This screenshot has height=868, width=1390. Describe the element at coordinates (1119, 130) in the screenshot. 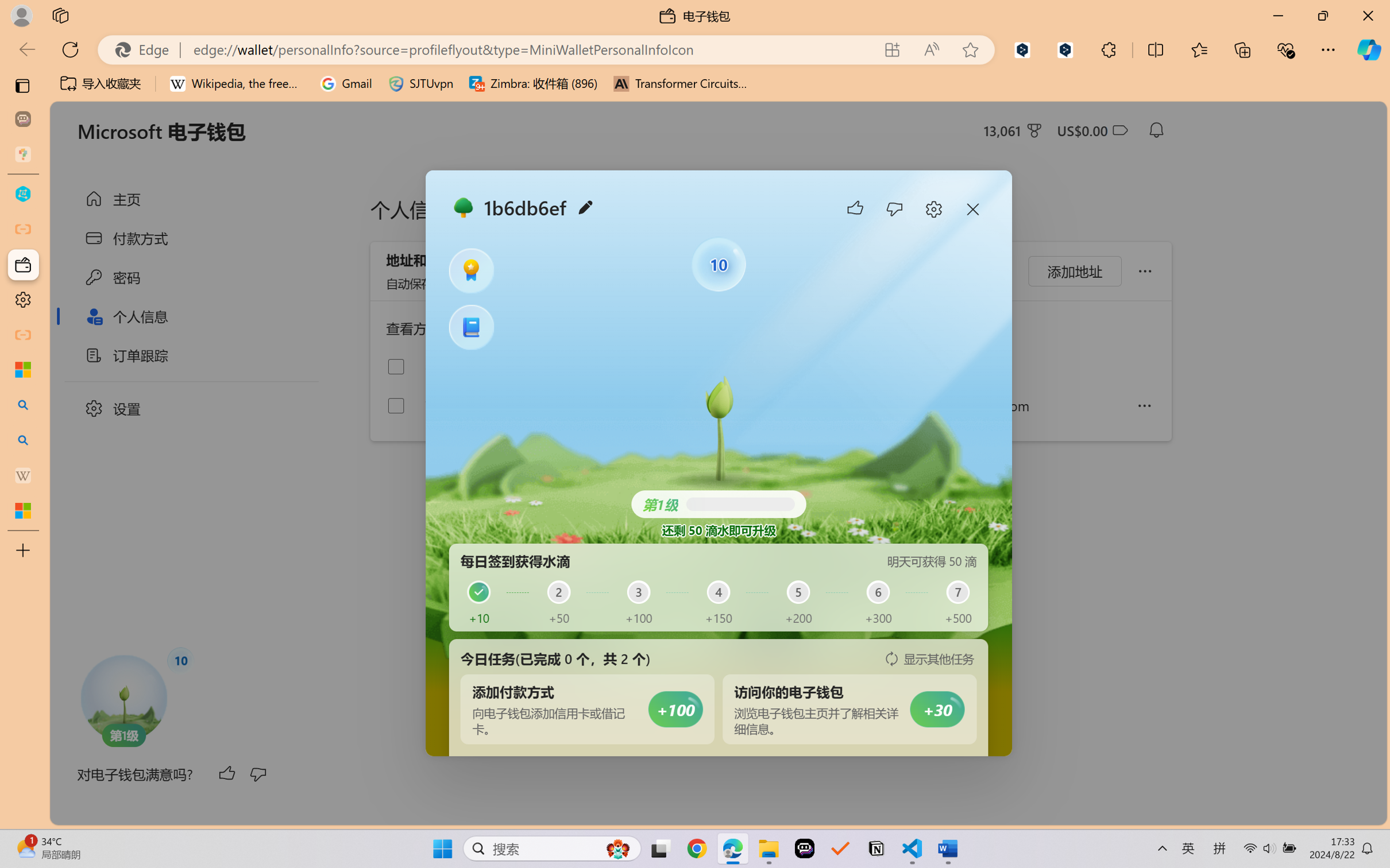

I see `'Class: ___1lmltc5 f1agt3bx f12qytpq'` at that location.